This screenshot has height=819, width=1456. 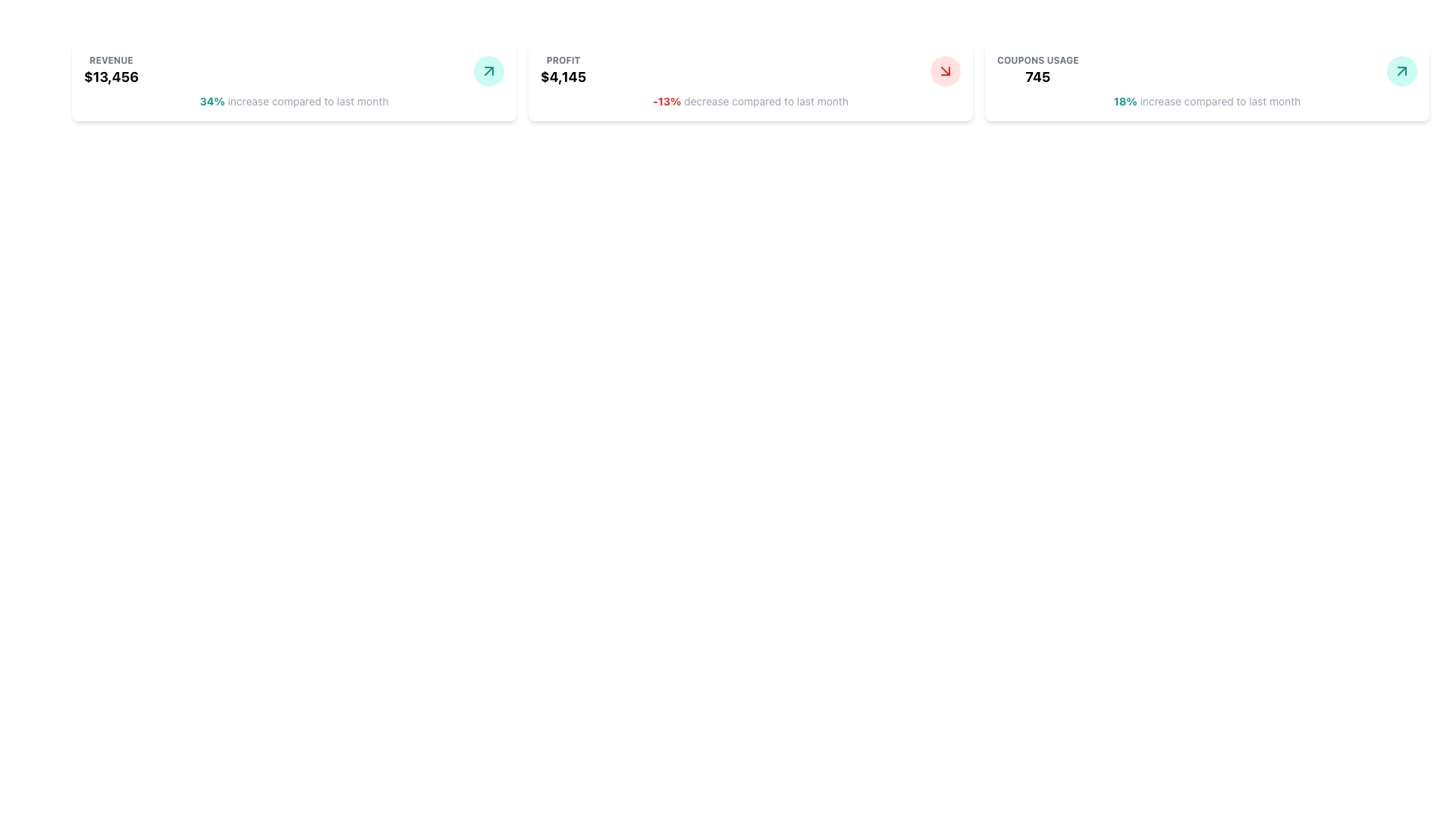 I want to click on the static text displaying the value '$4,145', which is located in the second card beneath the 'PROFIT' label, so click(x=563, y=77).